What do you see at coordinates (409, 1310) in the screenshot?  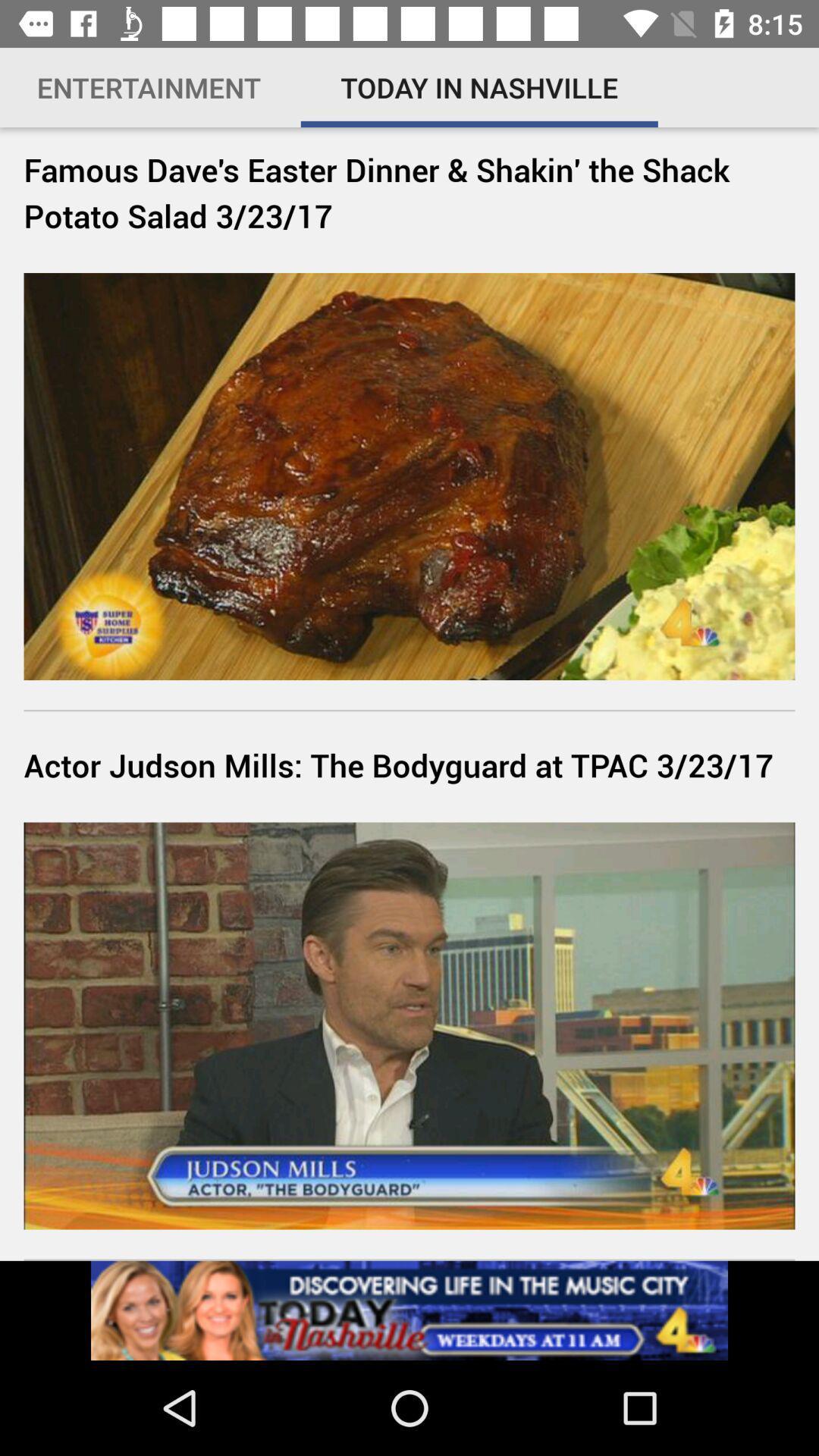 I see `the advertisement` at bounding box center [409, 1310].